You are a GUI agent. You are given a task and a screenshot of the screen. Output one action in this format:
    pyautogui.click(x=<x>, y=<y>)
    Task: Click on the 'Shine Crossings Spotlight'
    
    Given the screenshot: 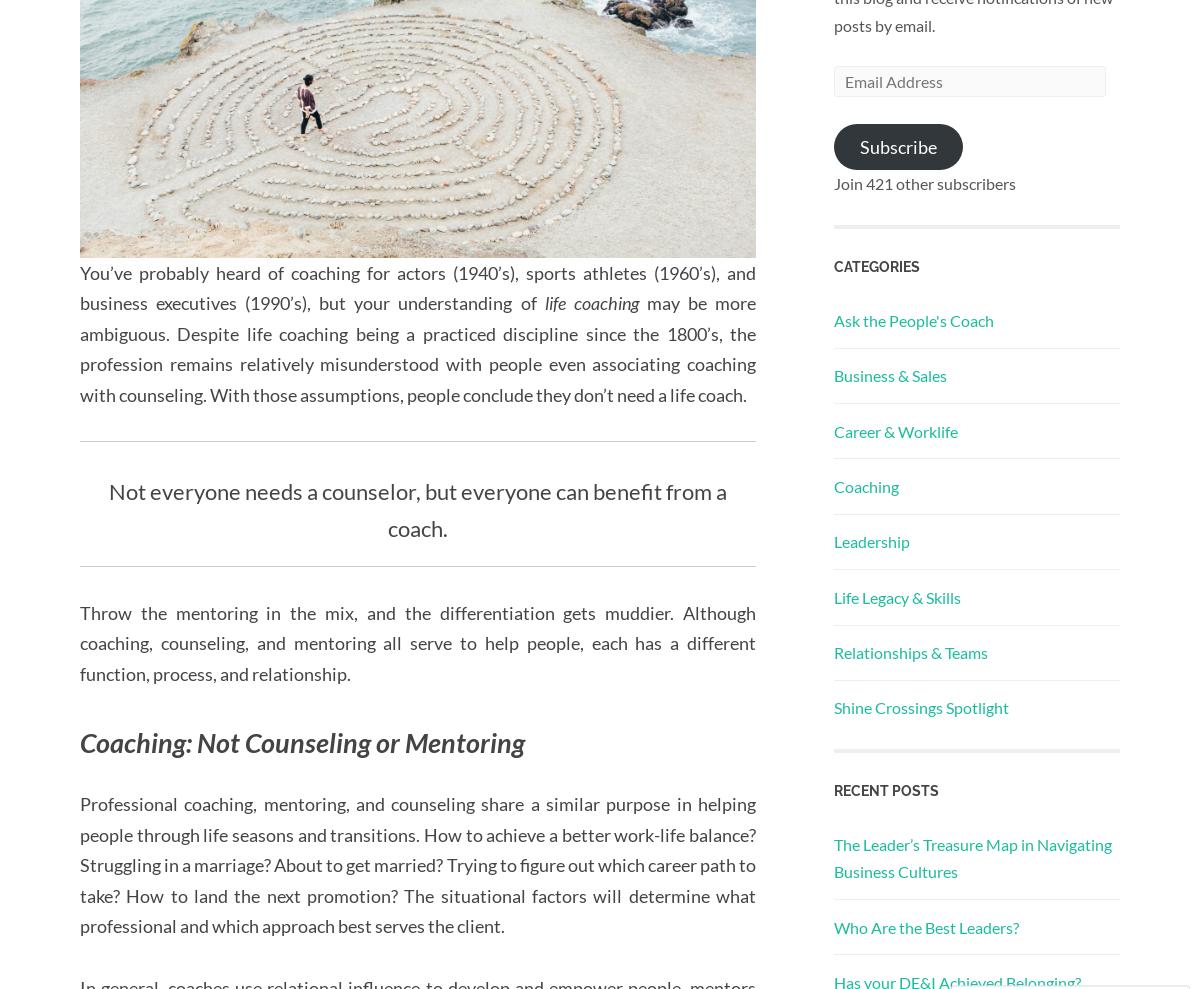 What is the action you would take?
    pyautogui.click(x=921, y=706)
    